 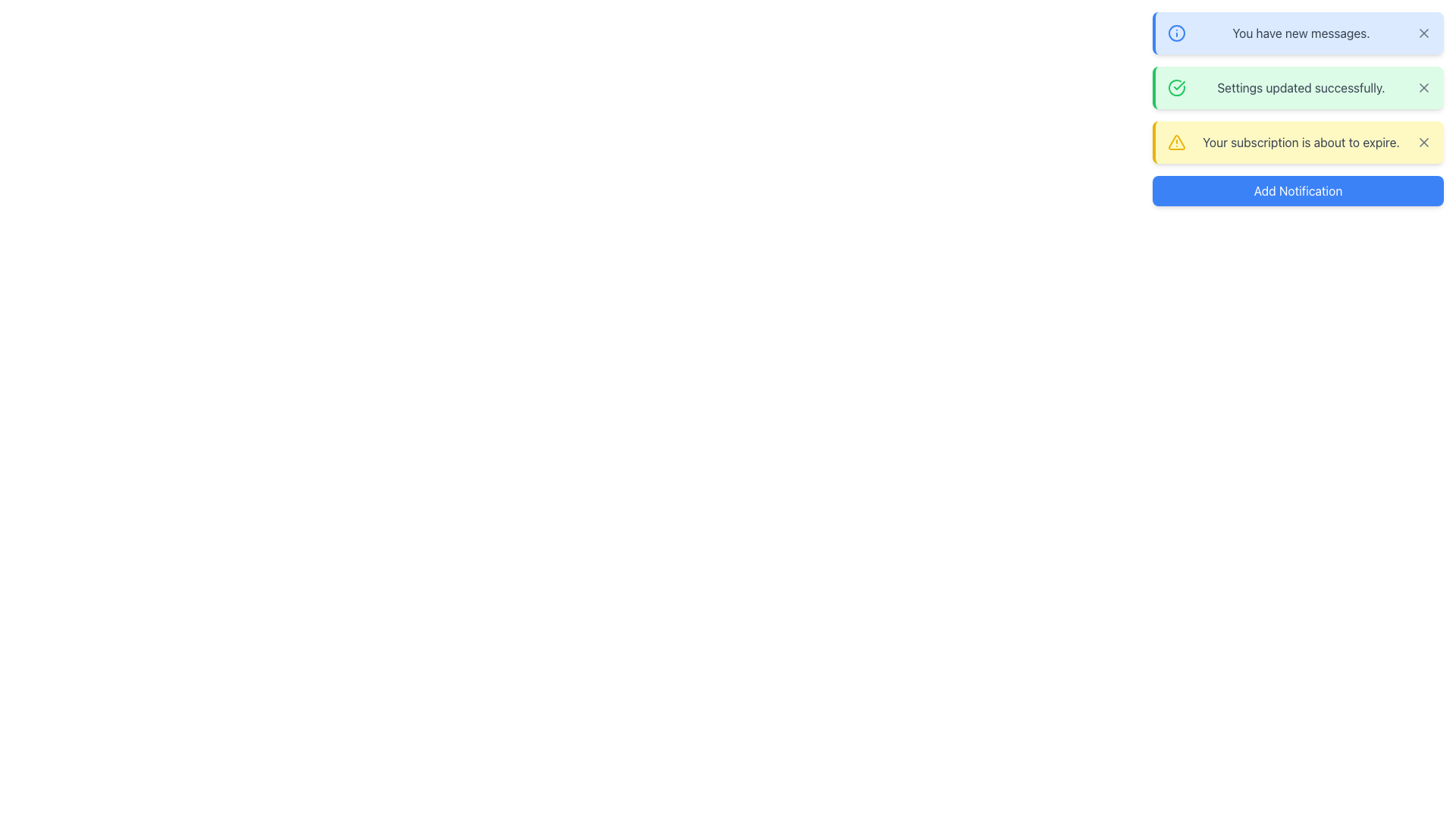 What do you see at coordinates (1175, 33) in the screenshot?
I see `the information icon located on the left side of the notification box that contains the message 'You have new messages.'` at bounding box center [1175, 33].